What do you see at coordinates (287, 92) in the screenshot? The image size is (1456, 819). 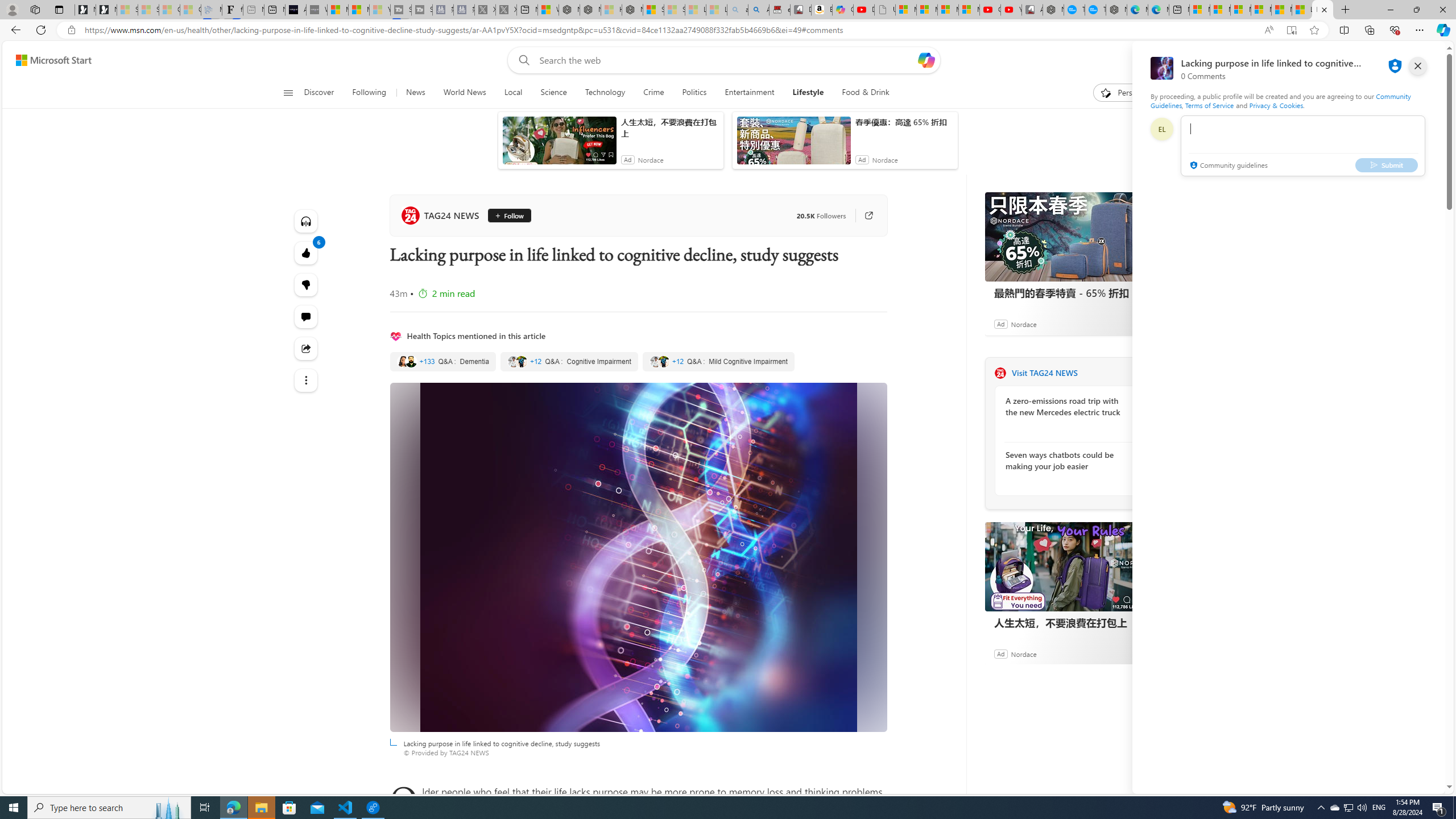 I see `'Class: button-glyph'` at bounding box center [287, 92].